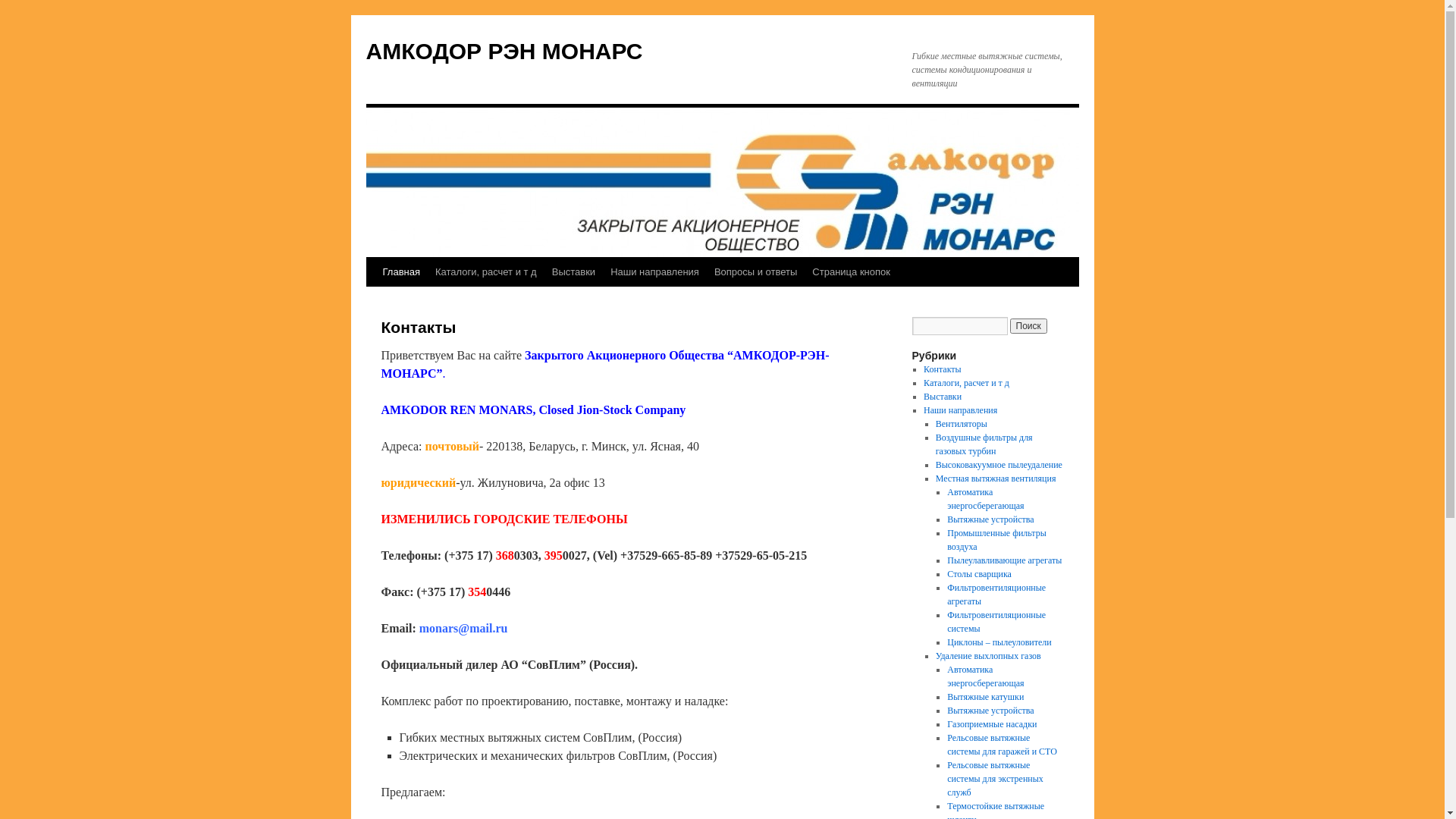  I want to click on 'Skip to content', so click(372, 301).